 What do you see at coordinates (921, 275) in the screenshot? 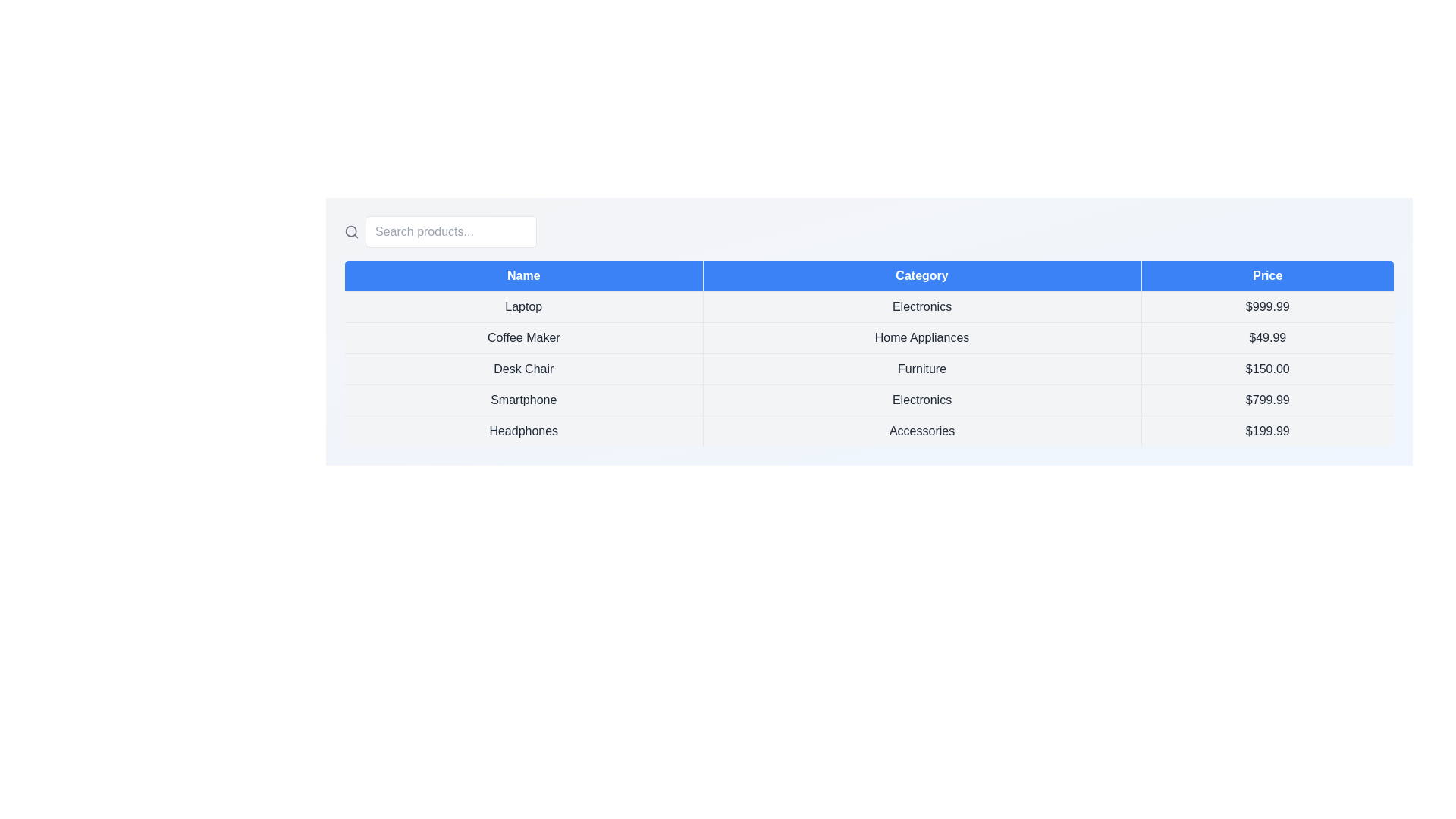
I see `the 'Category' header text label, which is styled with a blue background and white text, to potentially see tooltips` at bounding box center [921, 275].